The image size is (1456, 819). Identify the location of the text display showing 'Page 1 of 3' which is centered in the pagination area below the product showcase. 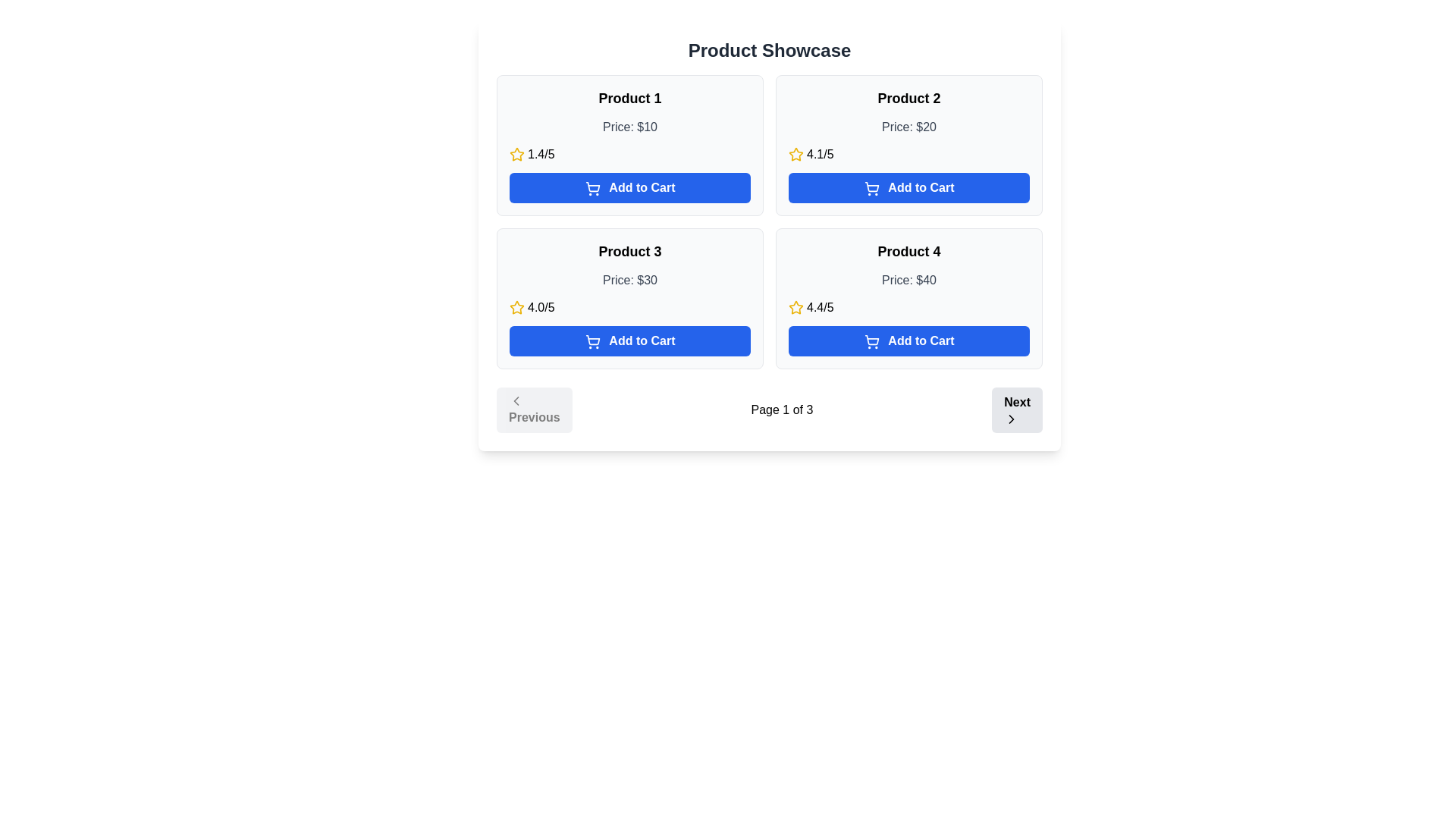
(782, 409).